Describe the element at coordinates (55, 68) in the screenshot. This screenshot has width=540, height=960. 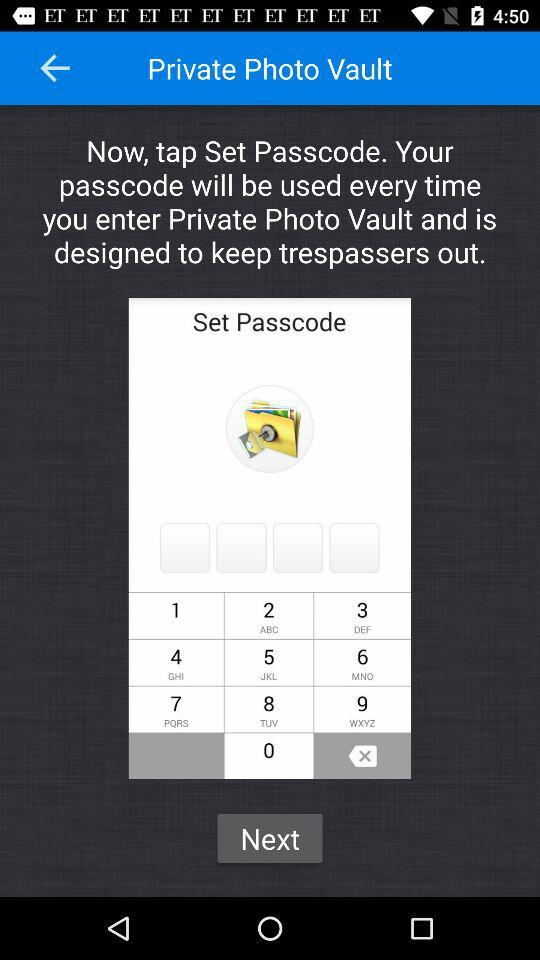
I see `the item to the left of private photo vault item` at that location.